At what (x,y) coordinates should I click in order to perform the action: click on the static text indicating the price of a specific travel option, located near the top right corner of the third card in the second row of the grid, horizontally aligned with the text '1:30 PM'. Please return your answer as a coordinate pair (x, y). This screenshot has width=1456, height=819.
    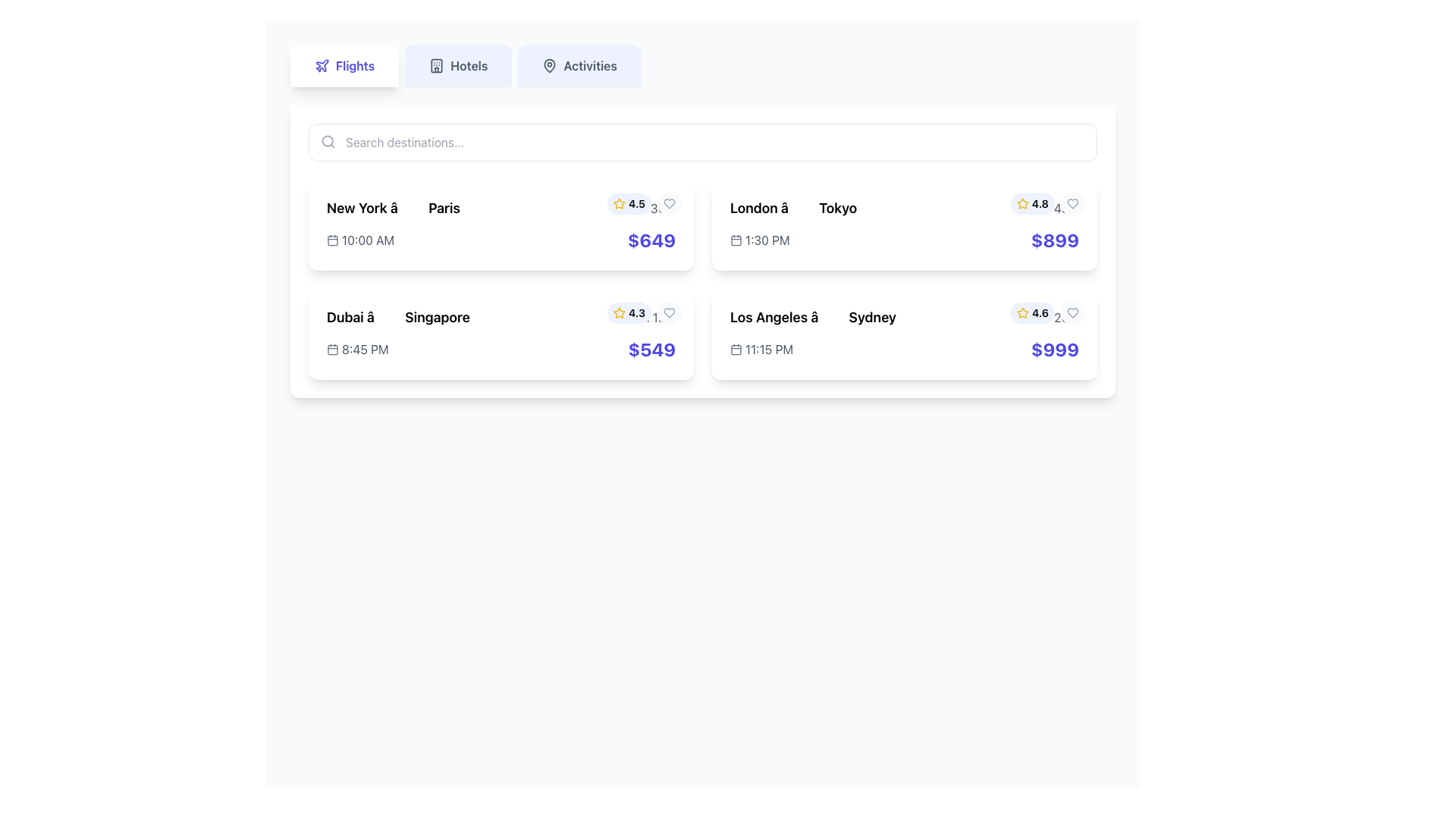
    Looking at the image, I should click on (1054, 239).